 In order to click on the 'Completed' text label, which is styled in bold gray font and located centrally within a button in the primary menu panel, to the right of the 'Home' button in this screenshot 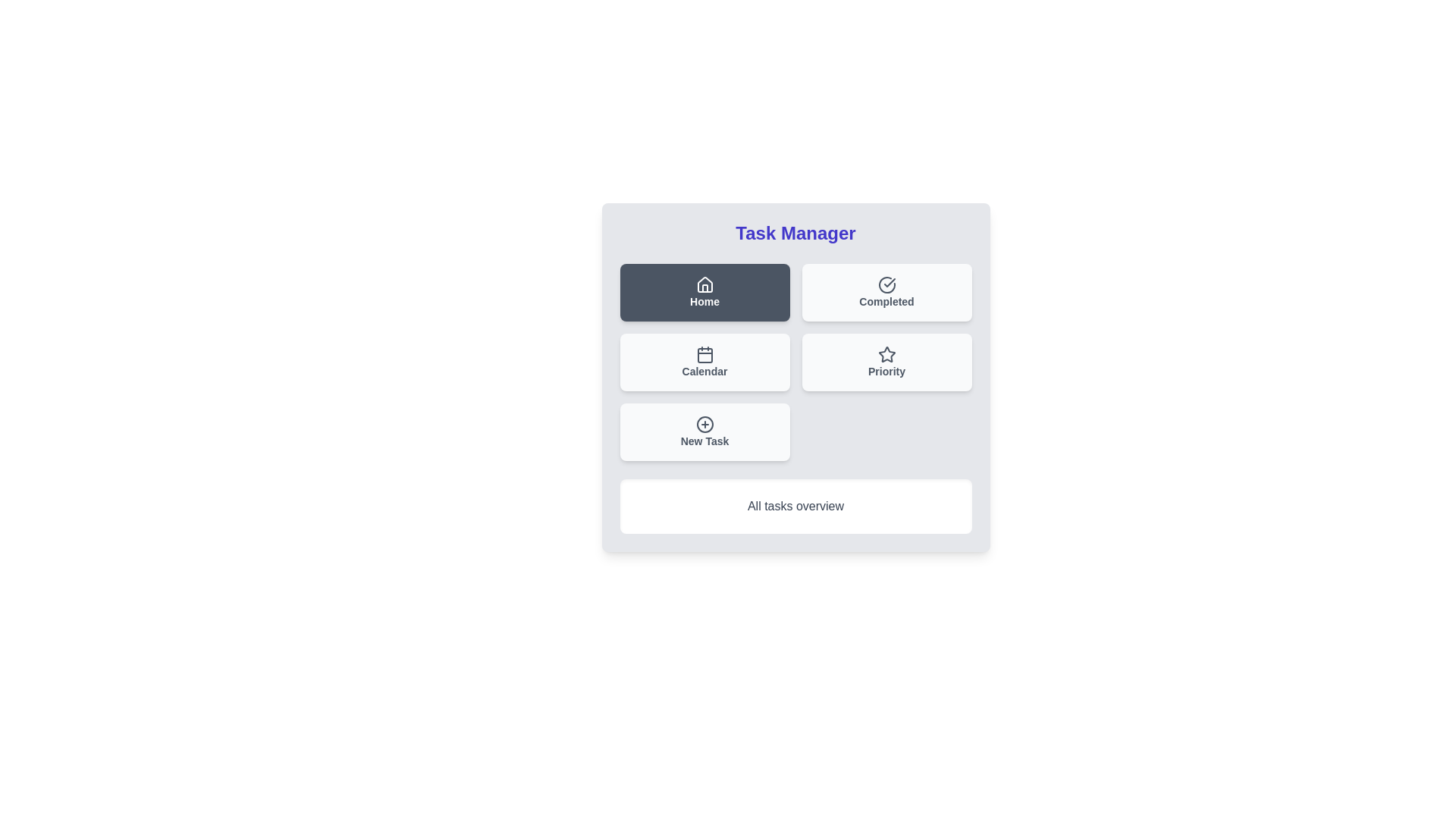, I will do `click(886, 301)`.